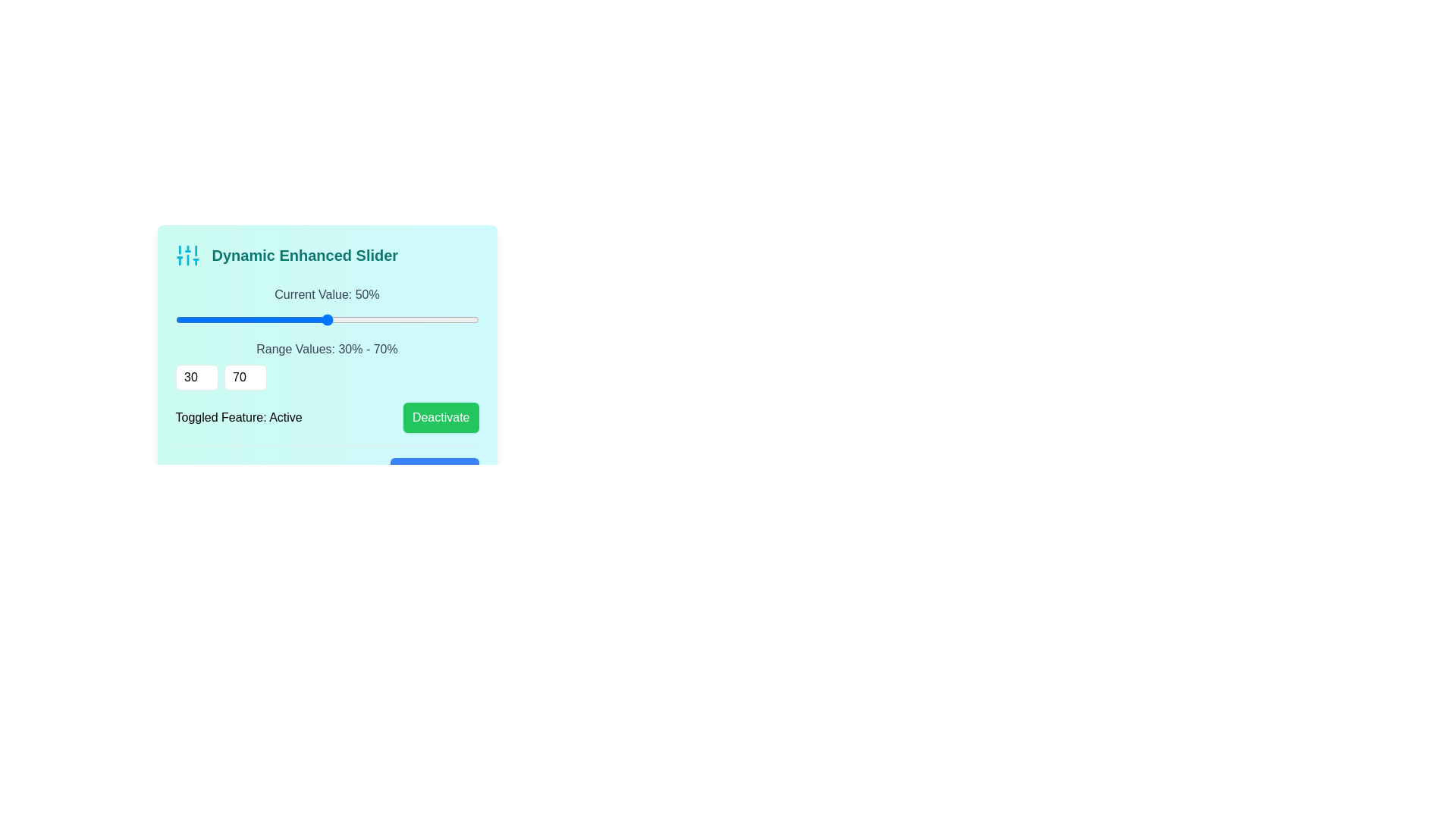 The height and width of the screenshot is (819, 1456). Describe the element at coordinates (470, 318) in the screenshot. I see `the slider` at that location.